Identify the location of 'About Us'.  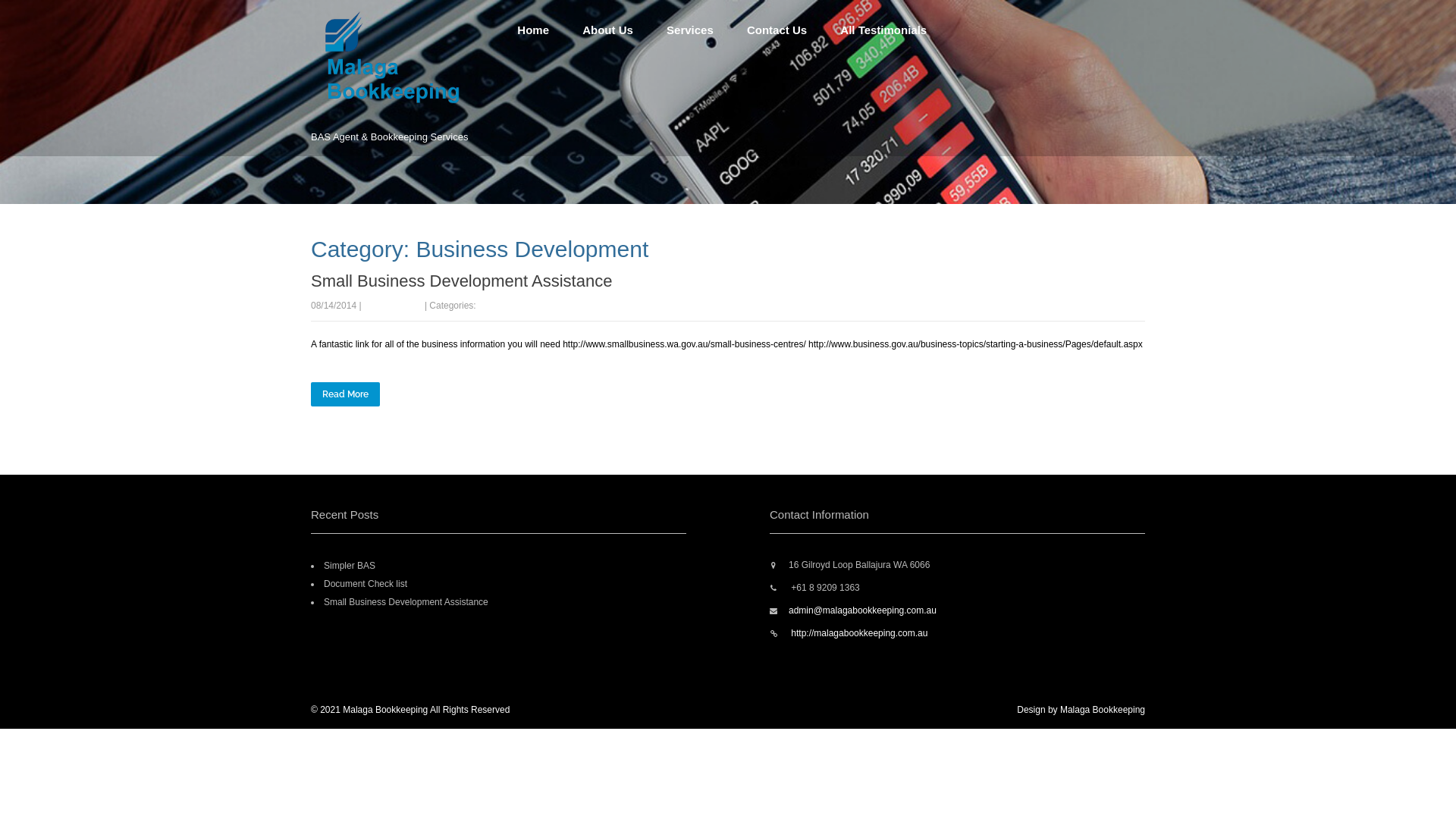
(607, 30).